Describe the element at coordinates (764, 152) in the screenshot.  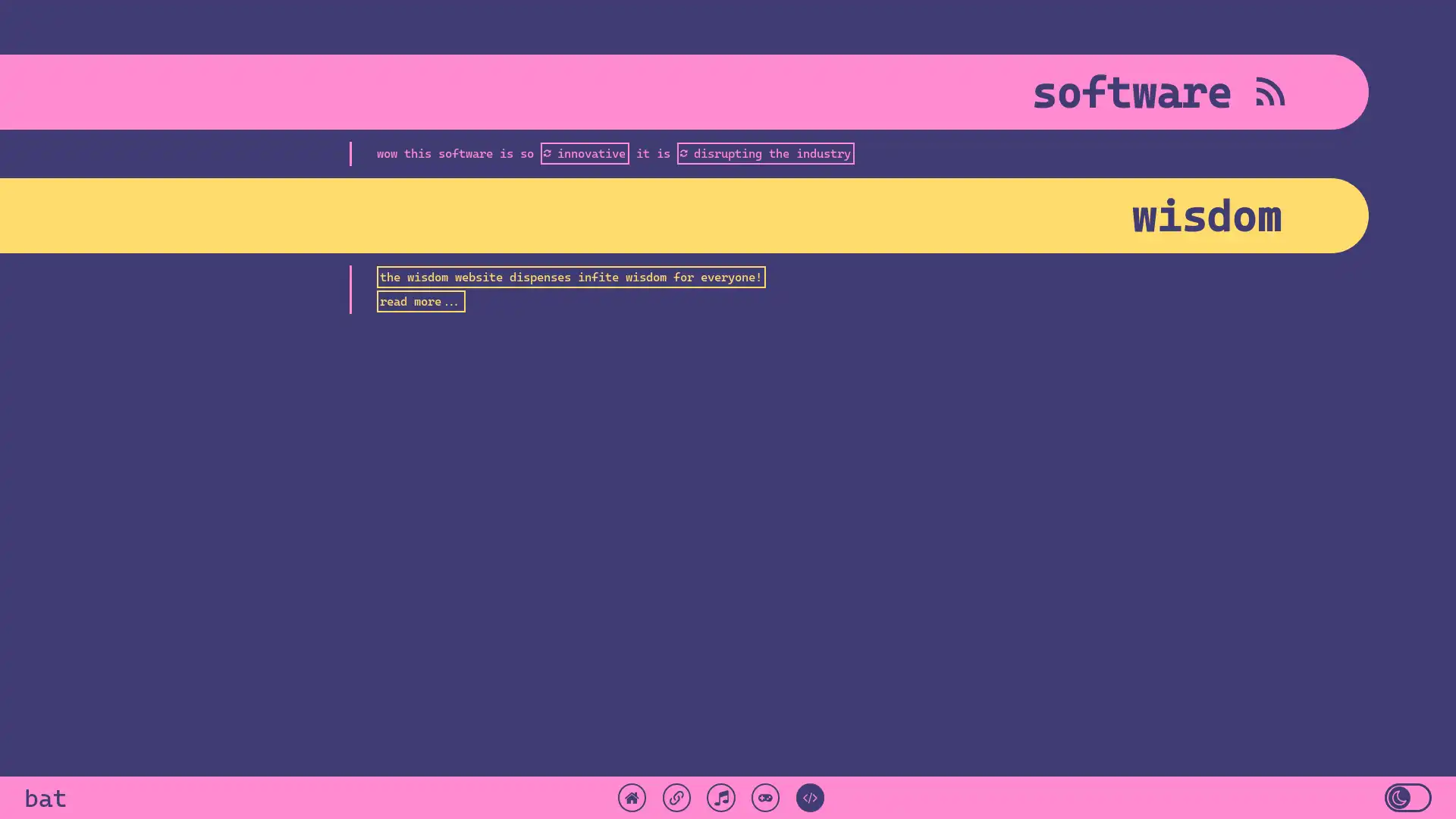
I see `disrupting the industry` at that location.